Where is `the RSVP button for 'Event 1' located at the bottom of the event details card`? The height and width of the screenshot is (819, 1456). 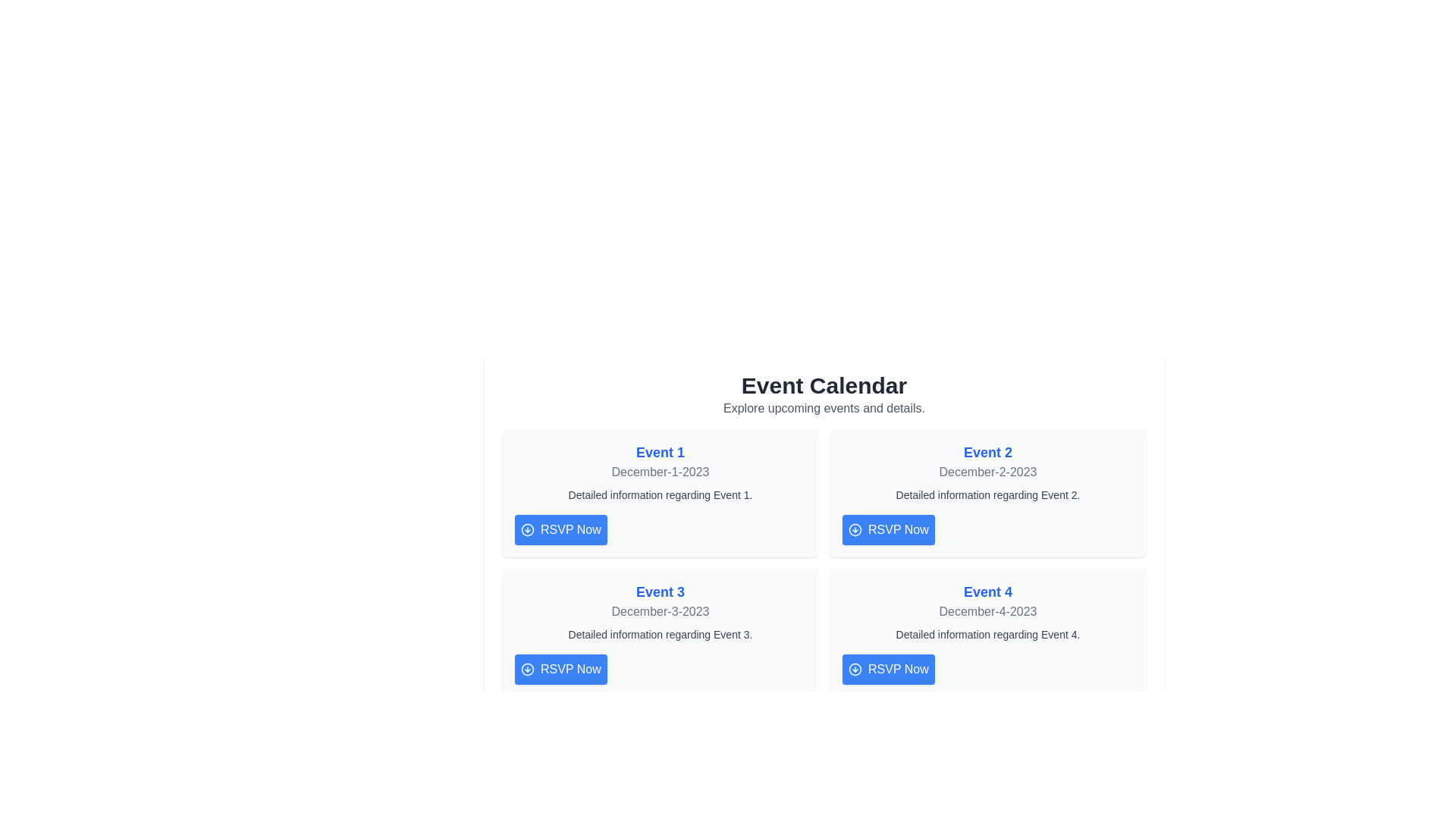 the RSVP button for 'Event 1' located at the bottom of the event details card is located at coordinates (560, 529).